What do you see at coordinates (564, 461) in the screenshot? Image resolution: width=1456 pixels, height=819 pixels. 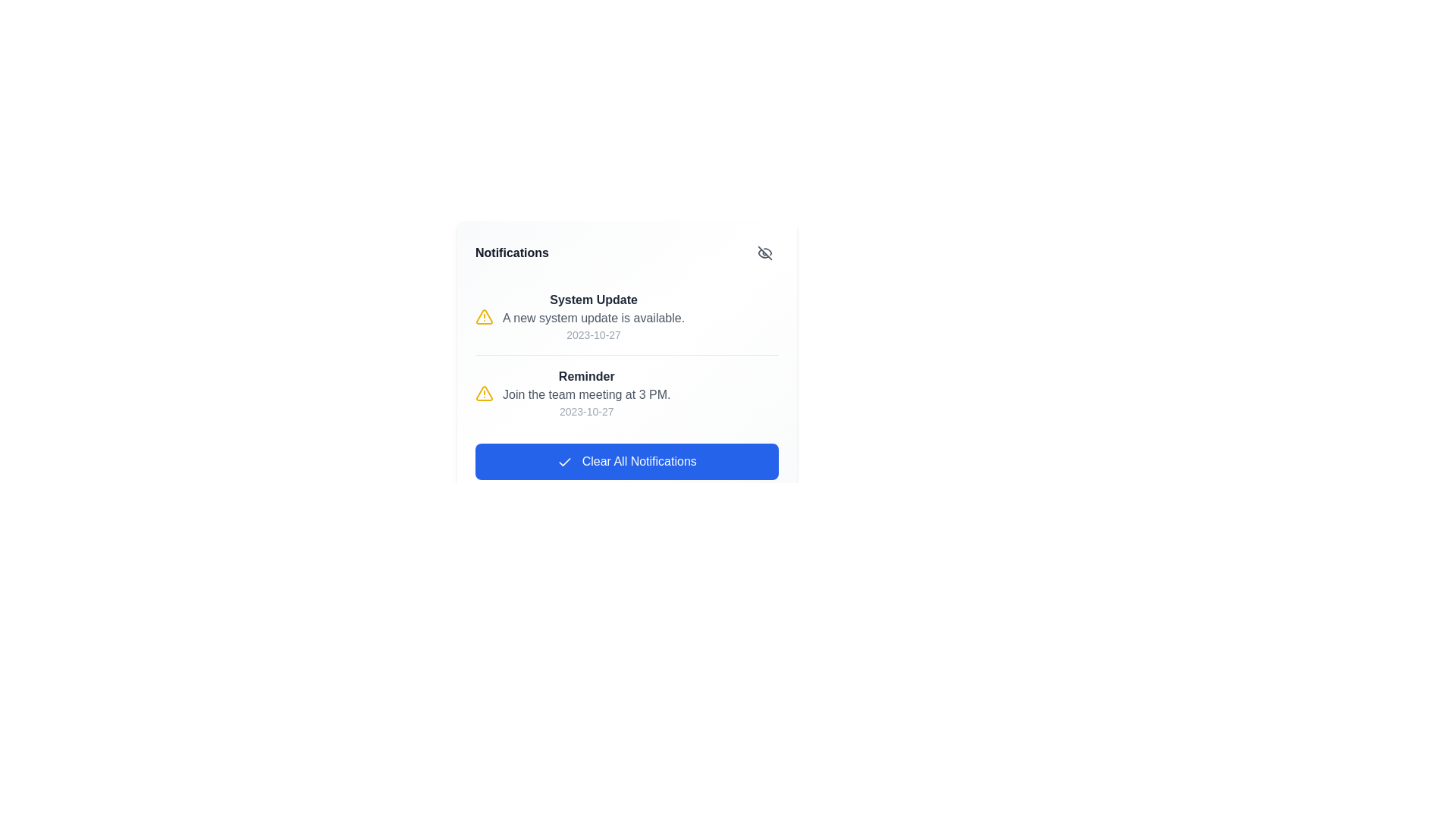 I see `the visual state of the checkmark icon located within the 'Clear All Notifications' button, which is styled in blue and white colors and has a rounded rectangular shape` at bounding box center [564, 461].